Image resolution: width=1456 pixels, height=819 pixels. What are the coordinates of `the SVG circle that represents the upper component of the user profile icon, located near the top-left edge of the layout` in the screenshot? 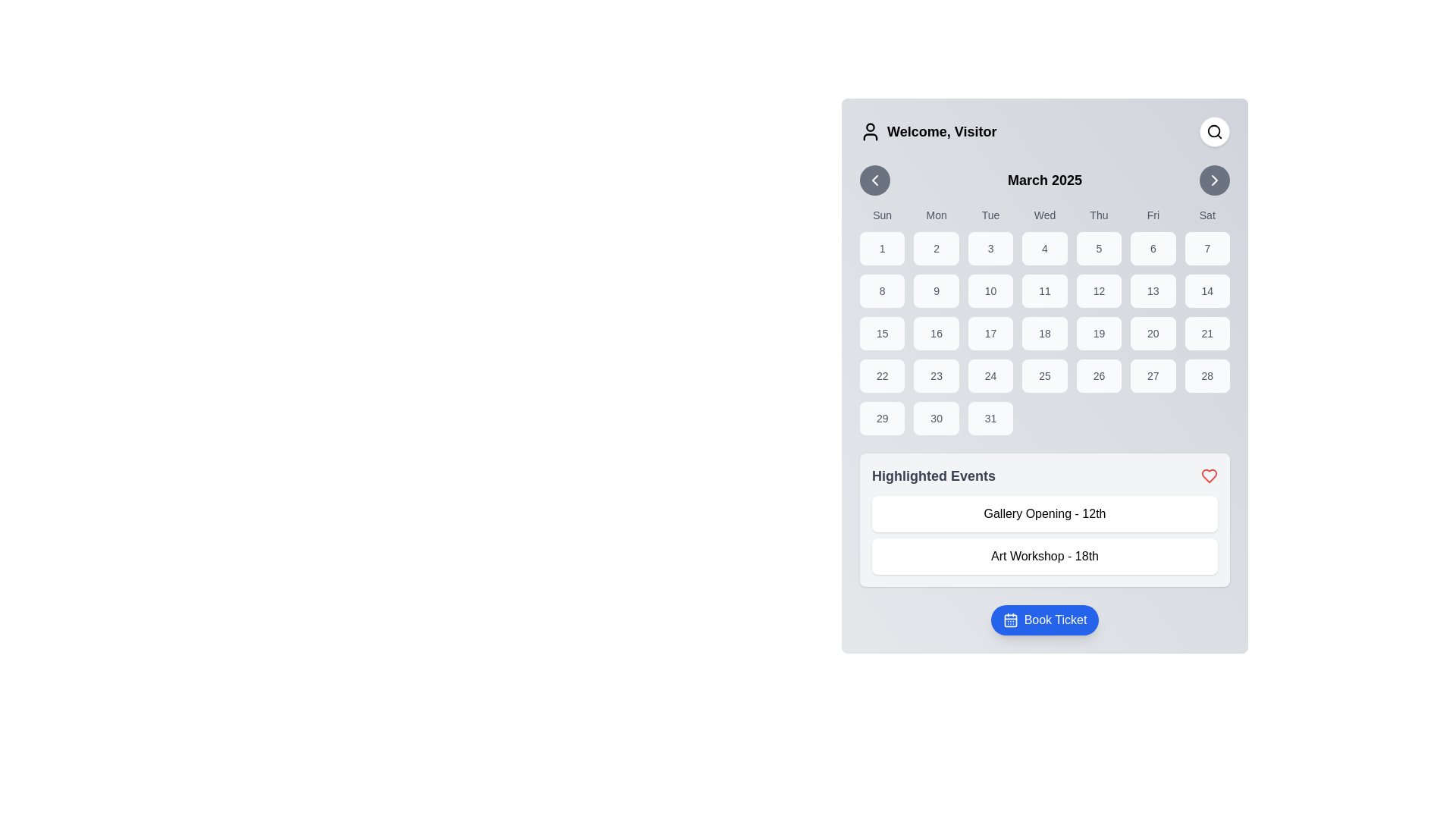 It's located at (870, 127).